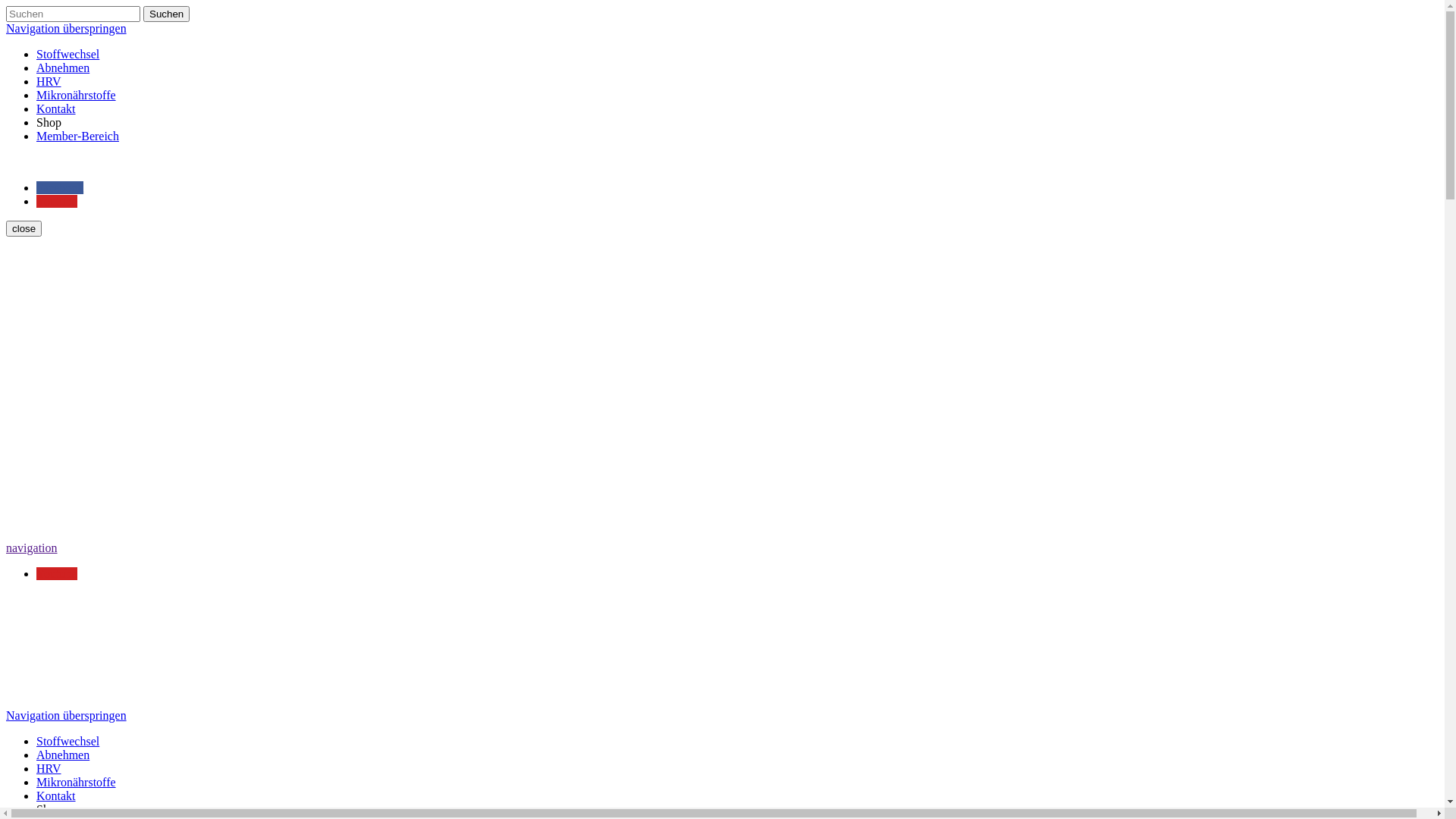  Describe the element at coordinates (55, 795) in the screenshot. I see `'Kontakt'` at that location.